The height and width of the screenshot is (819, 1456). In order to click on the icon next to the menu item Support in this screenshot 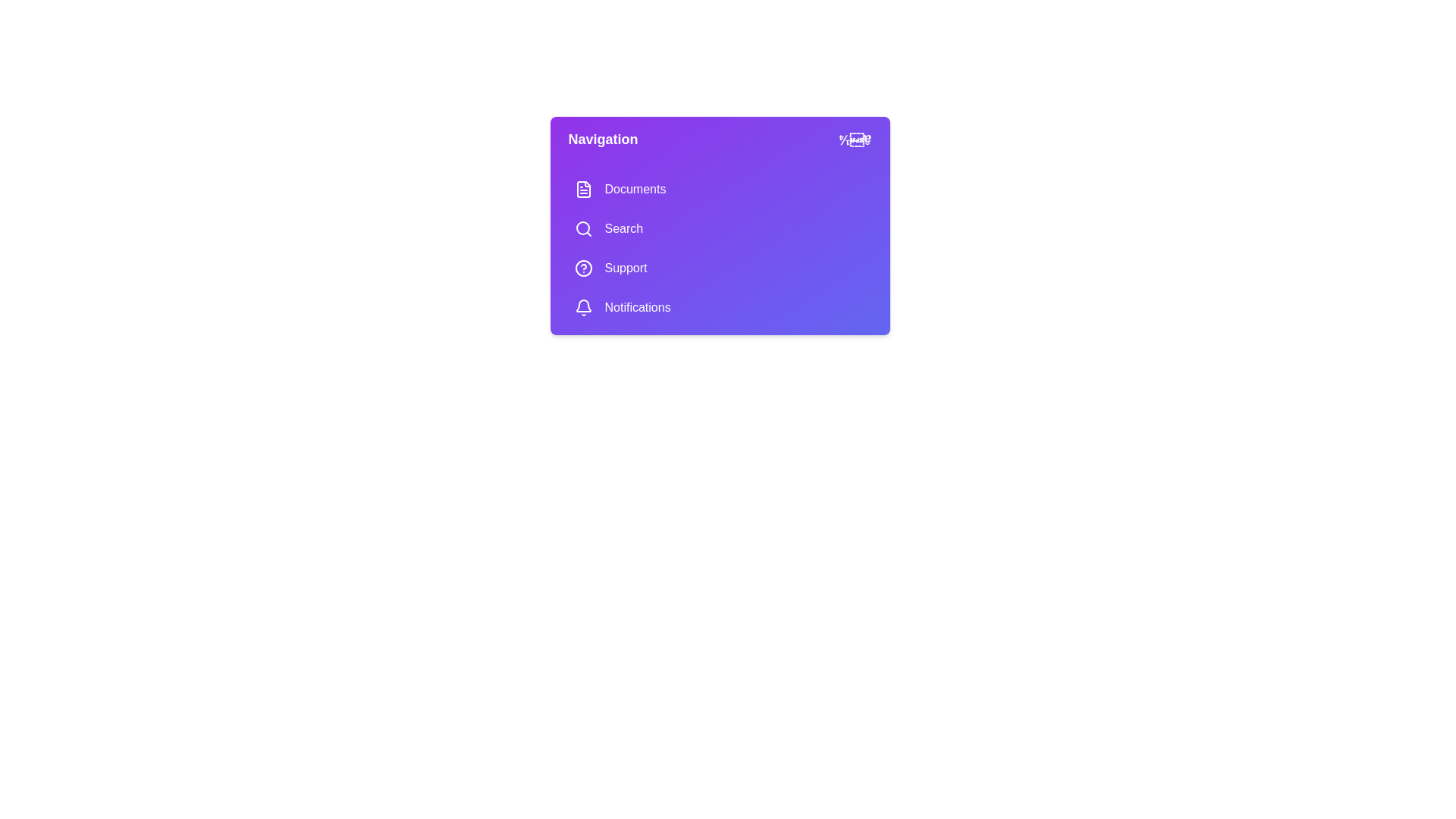, I will do `click(582, 268)`.